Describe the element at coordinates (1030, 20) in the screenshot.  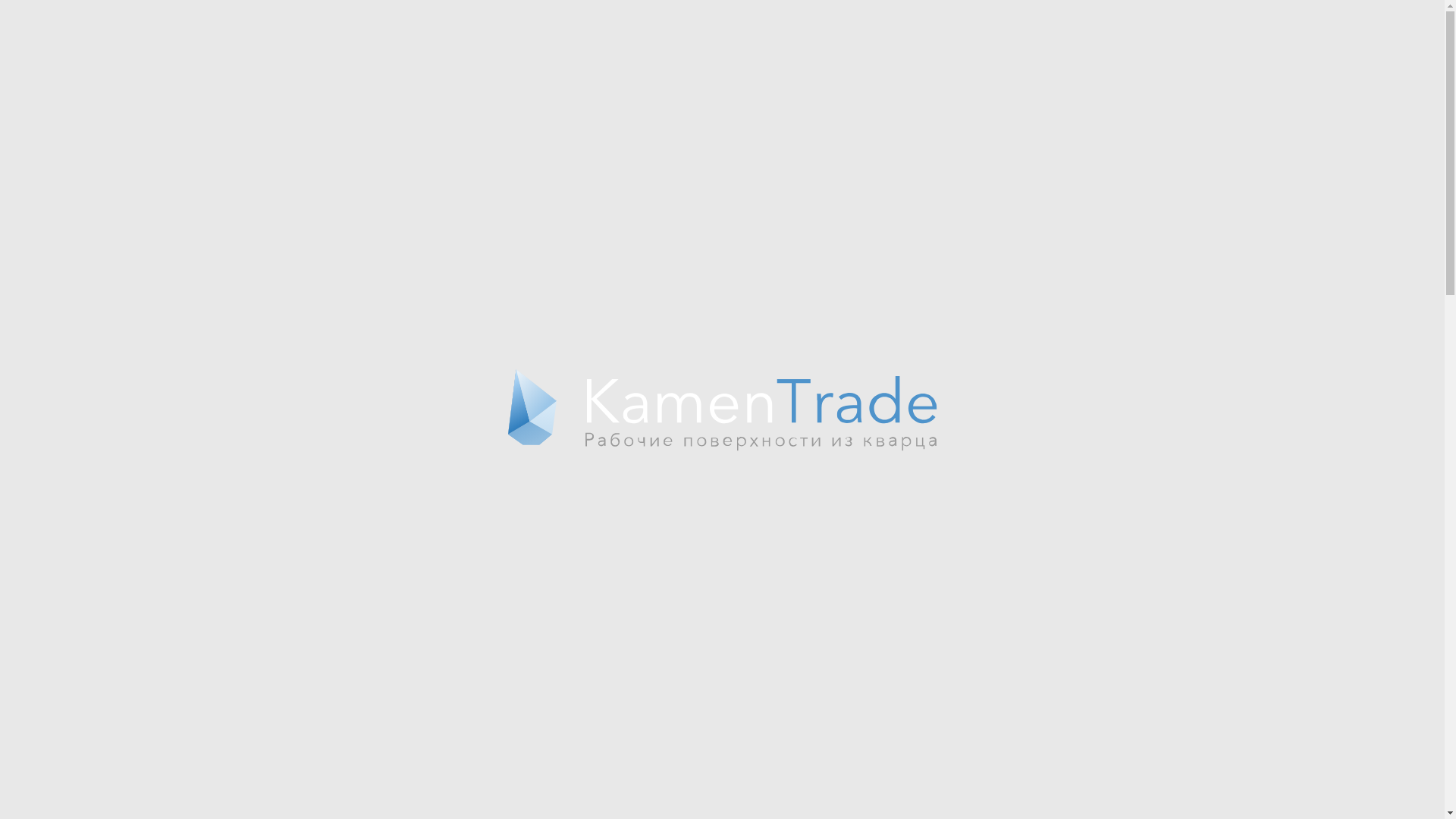
I see `'+375 (44) 588-08-80'` at that location.